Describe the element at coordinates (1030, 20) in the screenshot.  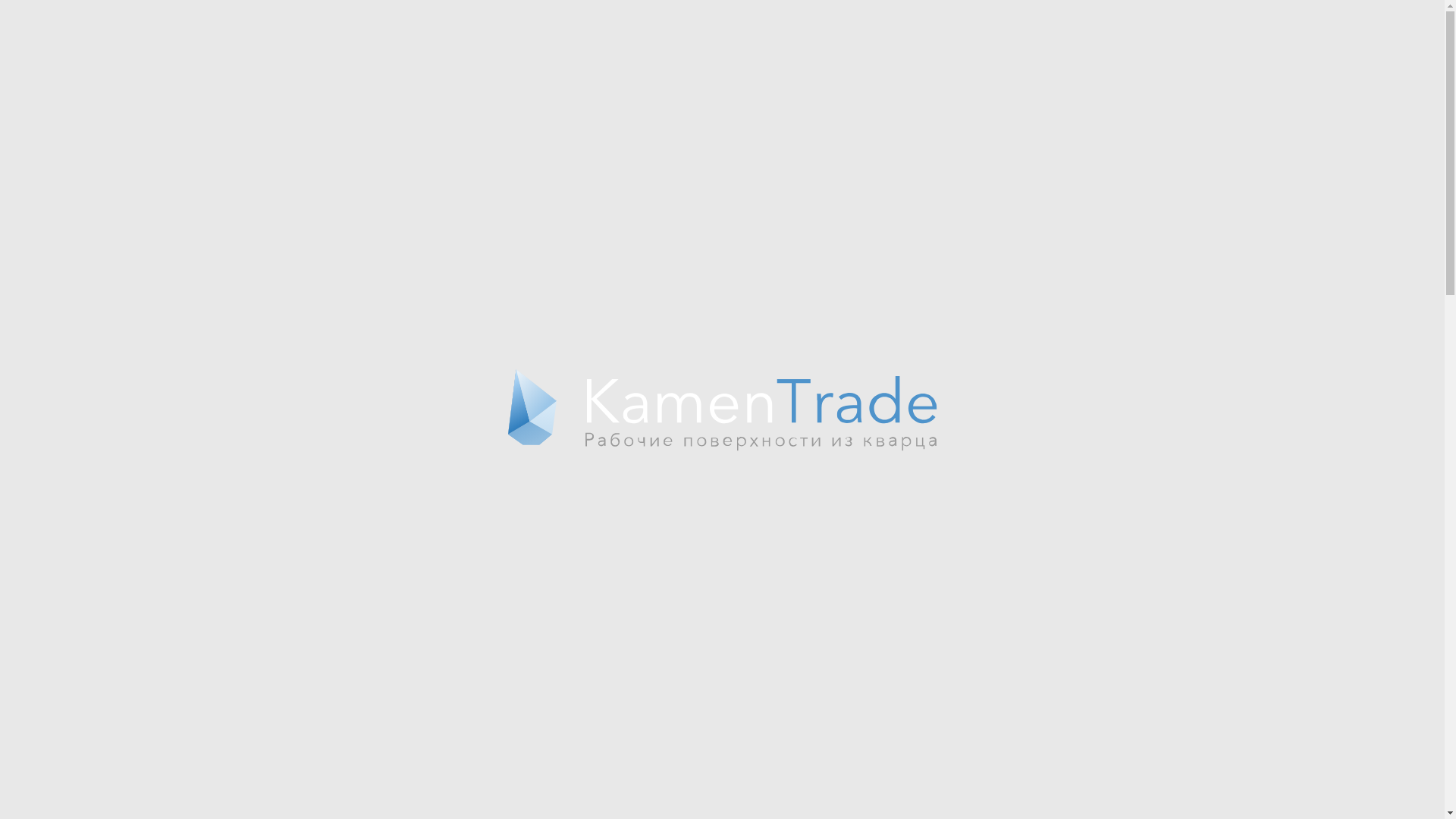
I see `'+375 (44) 588-08-80'` at that location.